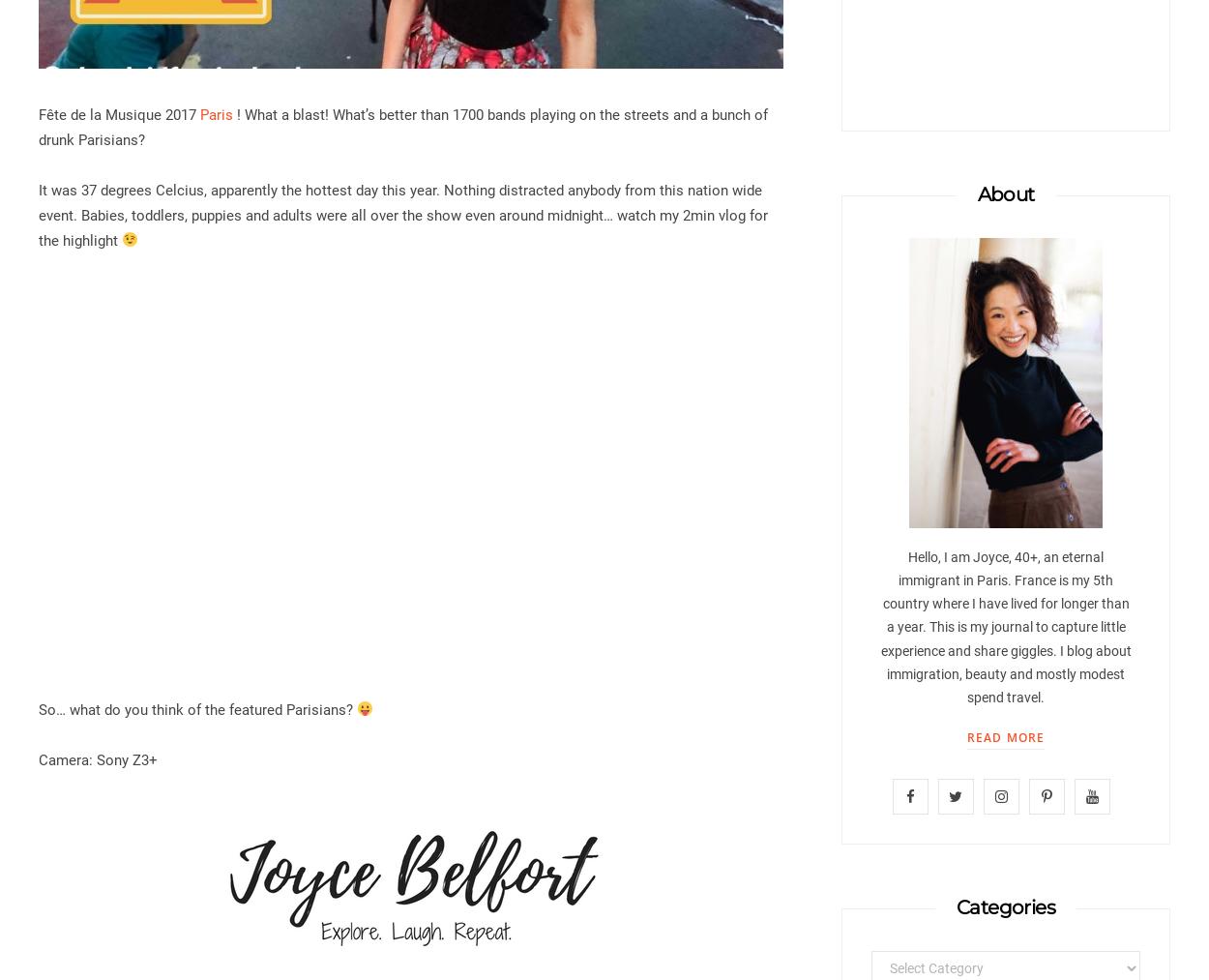  What do you see at coordinates (1005, 737) in the screenshot?
I see `'Read More'` at bounding box center [1005, 737].